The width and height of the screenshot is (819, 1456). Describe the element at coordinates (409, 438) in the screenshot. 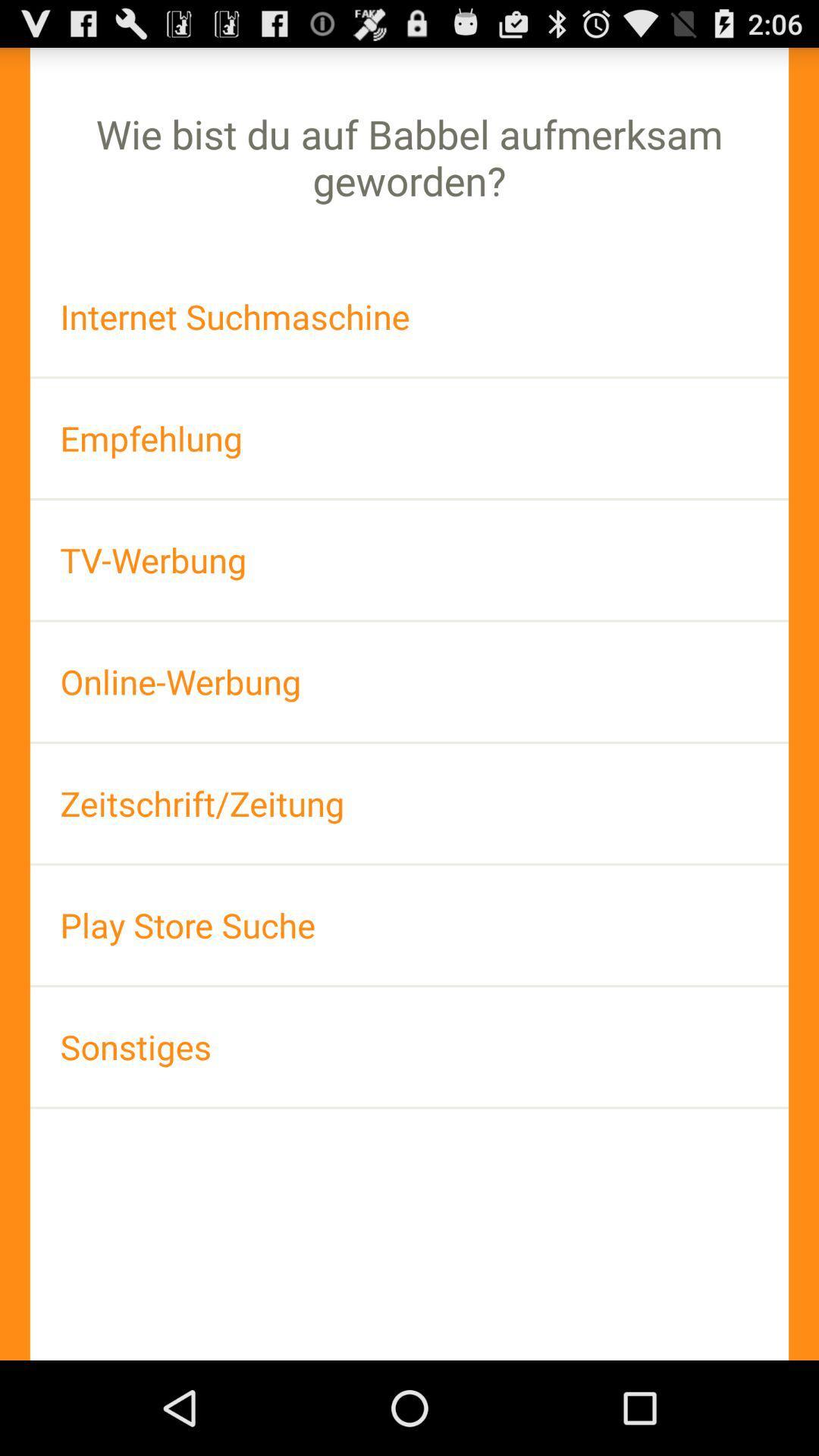

I see `the item above tv-werbung icon` at that location.